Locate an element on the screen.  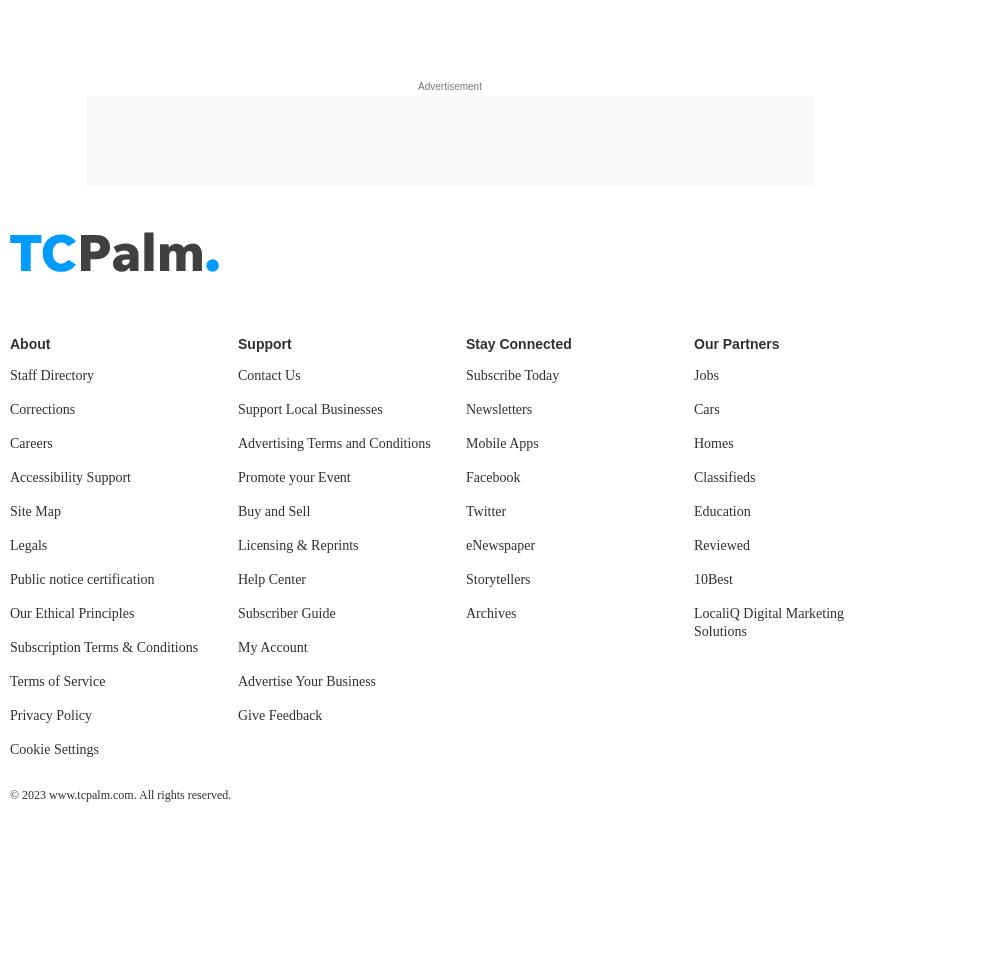
'Help Center' is located at coordinates (272, 19).